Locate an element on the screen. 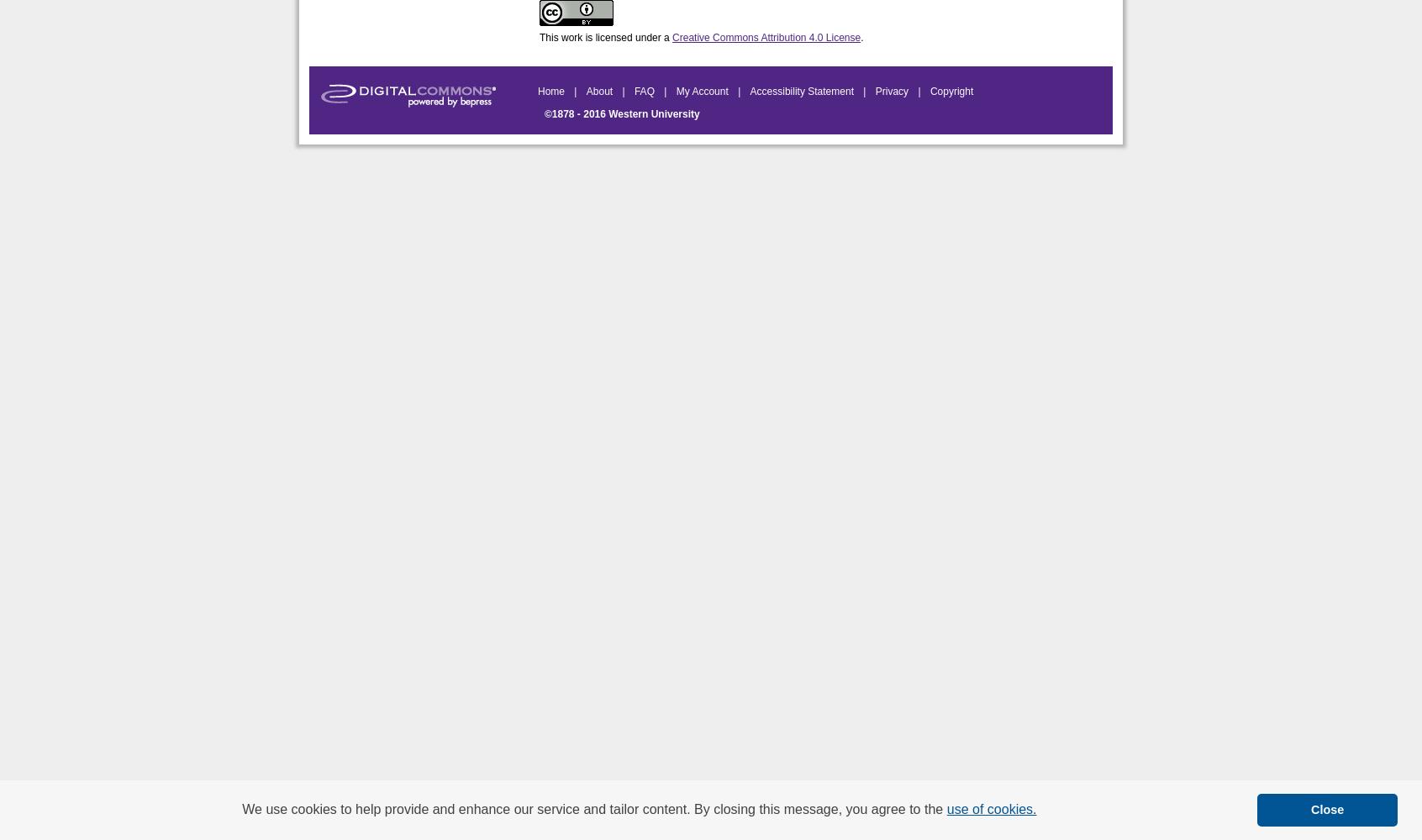  '©1878 - 2016 Western University' is located at coordinates (621, 114).